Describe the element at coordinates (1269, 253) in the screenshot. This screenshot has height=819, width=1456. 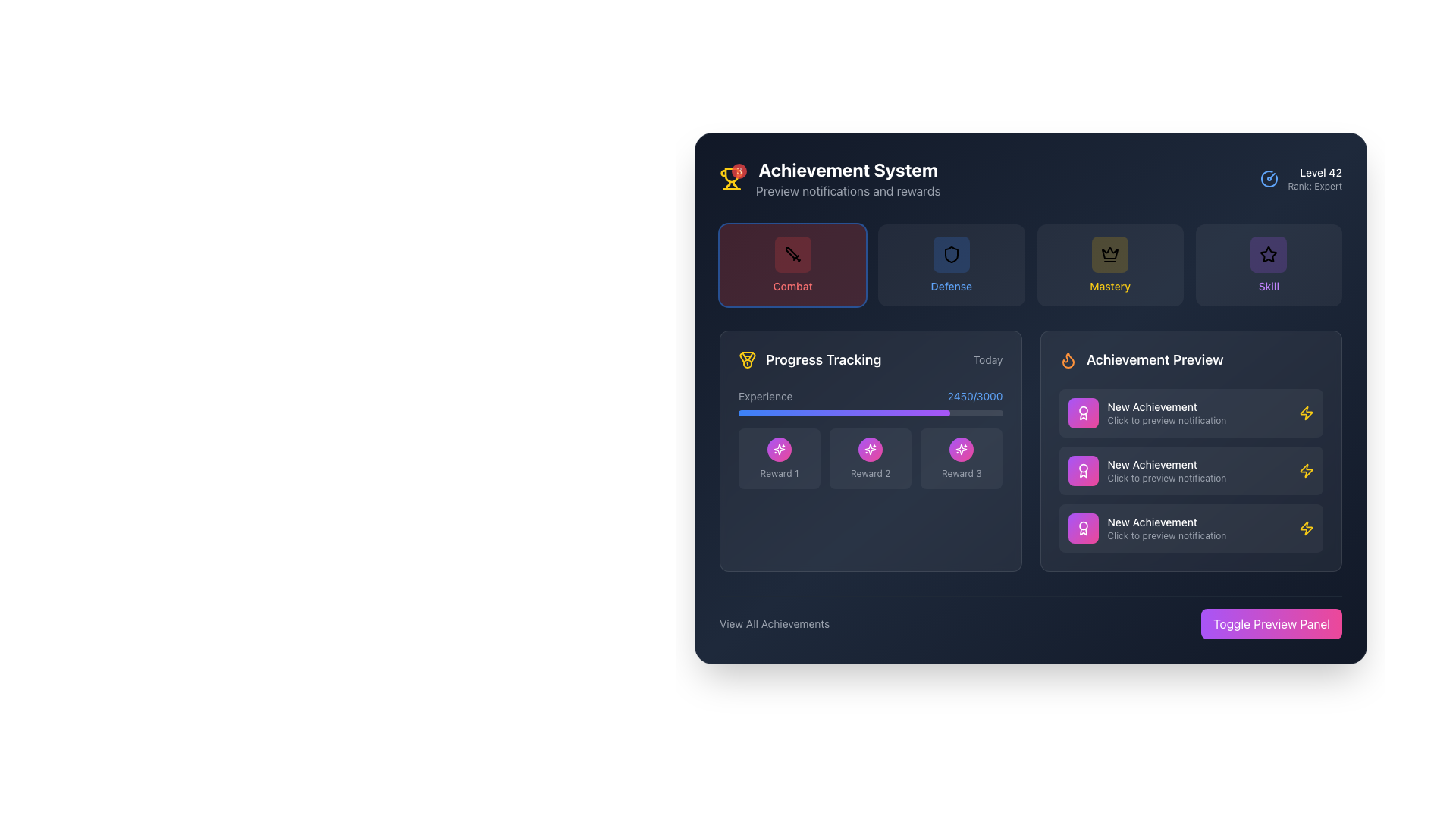
I see `the star-shaped icon with a purple hue located in the top-right quadrant of the interface, within the rounded rectangle labeled 'Skill'` at that location.